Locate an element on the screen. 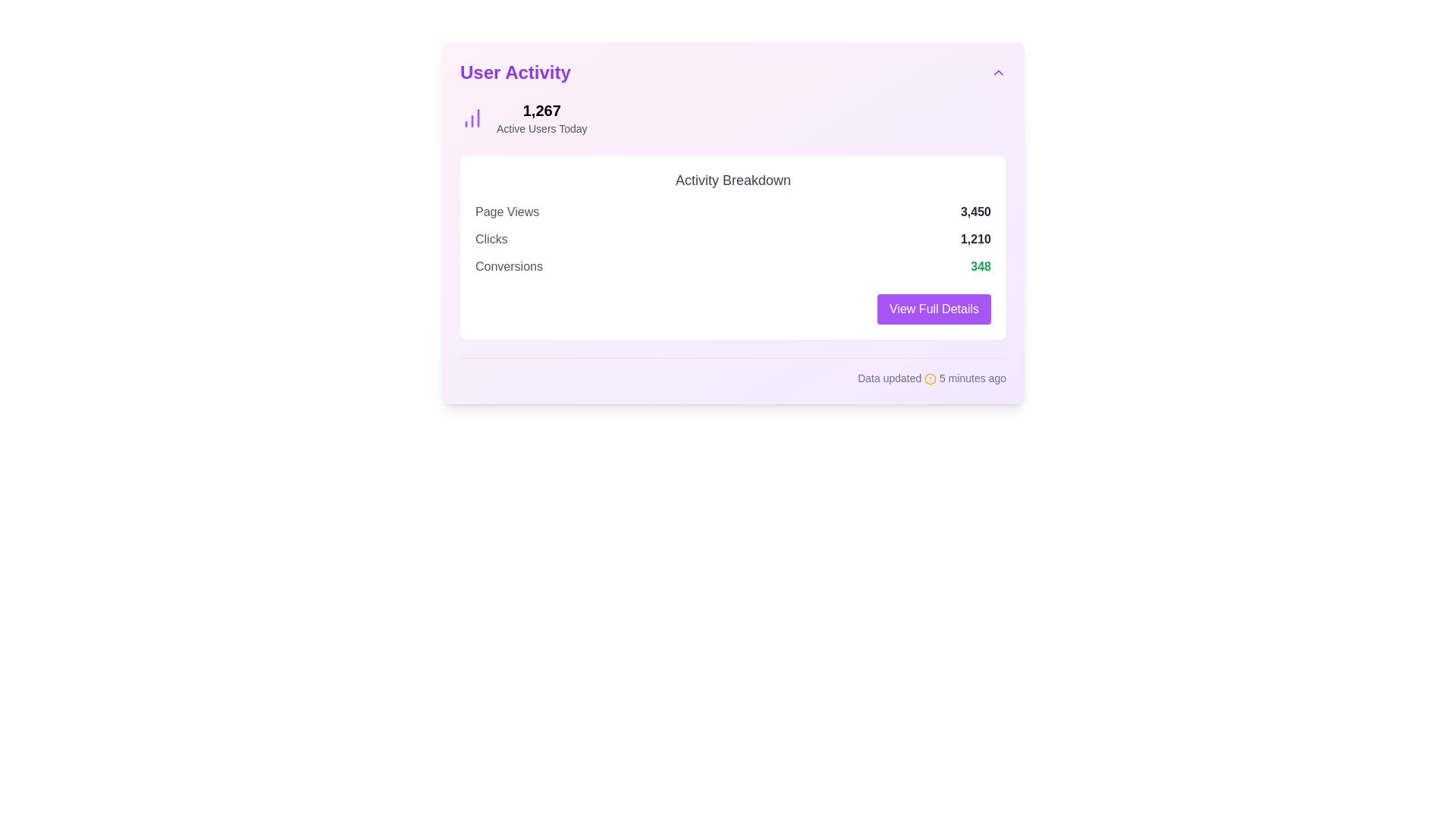  the Icon (SVG) that visually represents user activity data, located to the left of the '1,267 Active Users Today' text in the top-left area of the 'User Activity' card is located at coordinates (472, 117).